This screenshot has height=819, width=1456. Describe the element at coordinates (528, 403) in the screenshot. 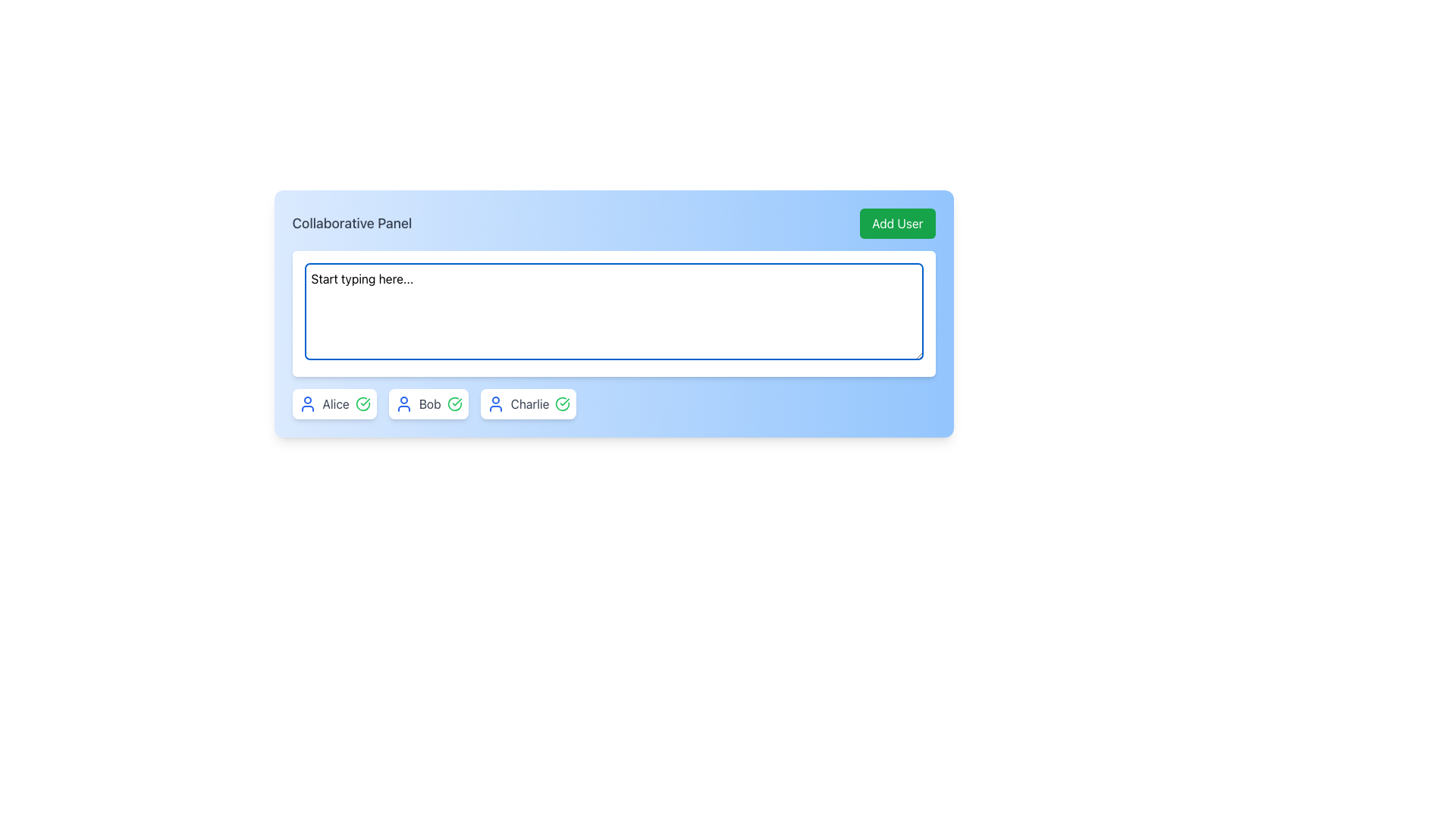

I see `the user entry for 'Charlie' in the Collaborative Panel` at that location.